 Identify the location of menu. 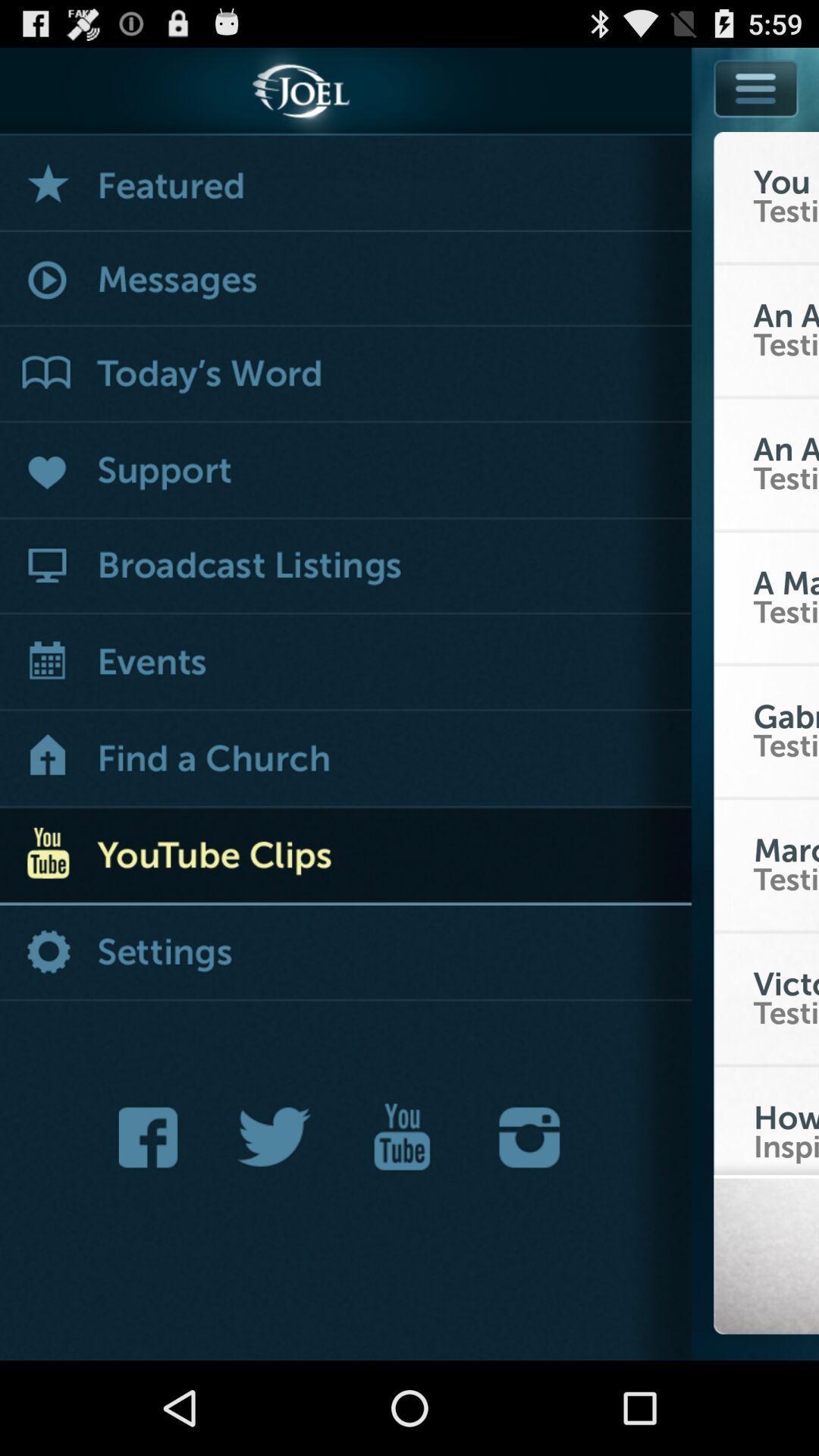
(756, 87).